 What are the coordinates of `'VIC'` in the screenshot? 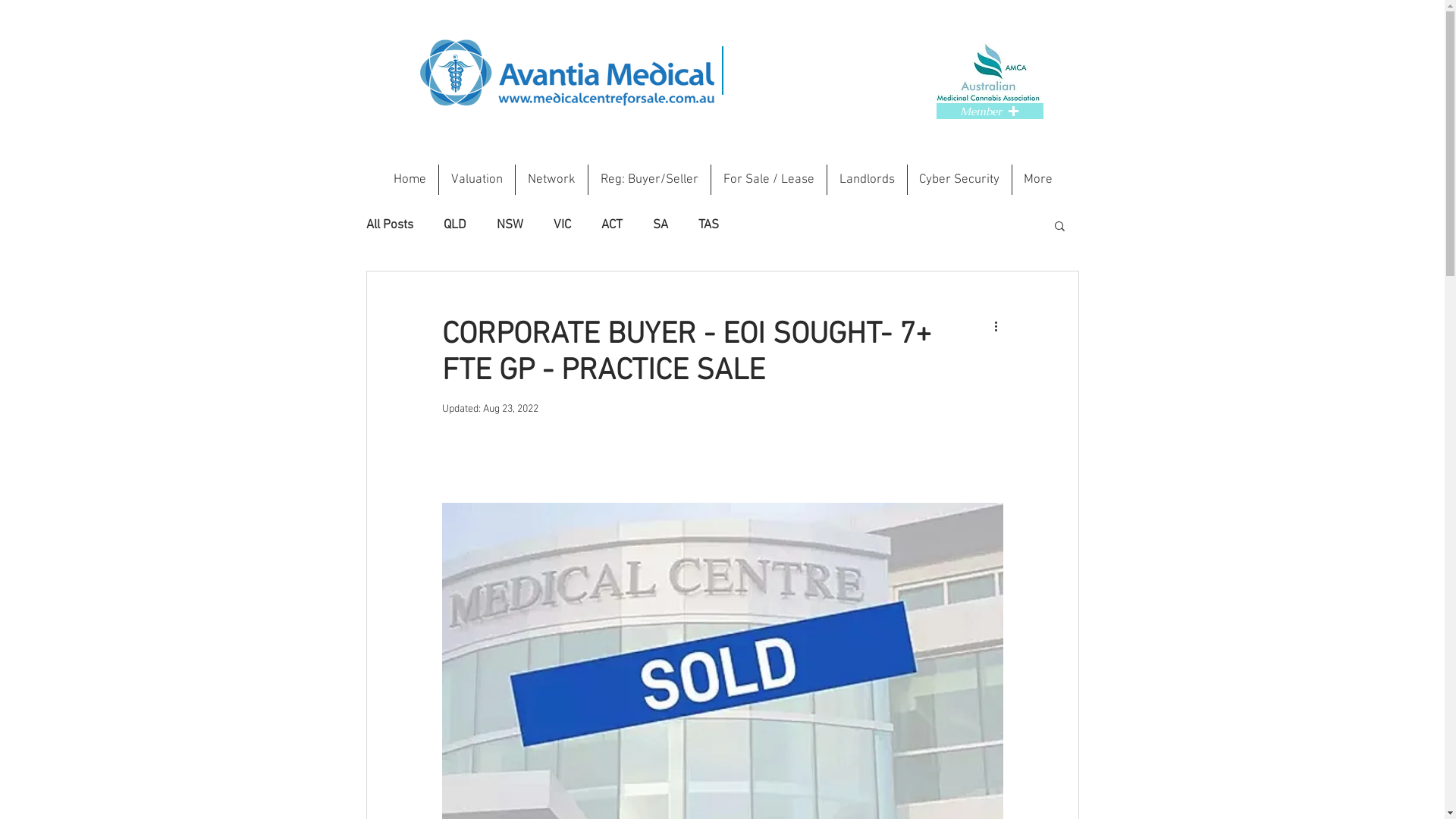 It's located at (561, 225).